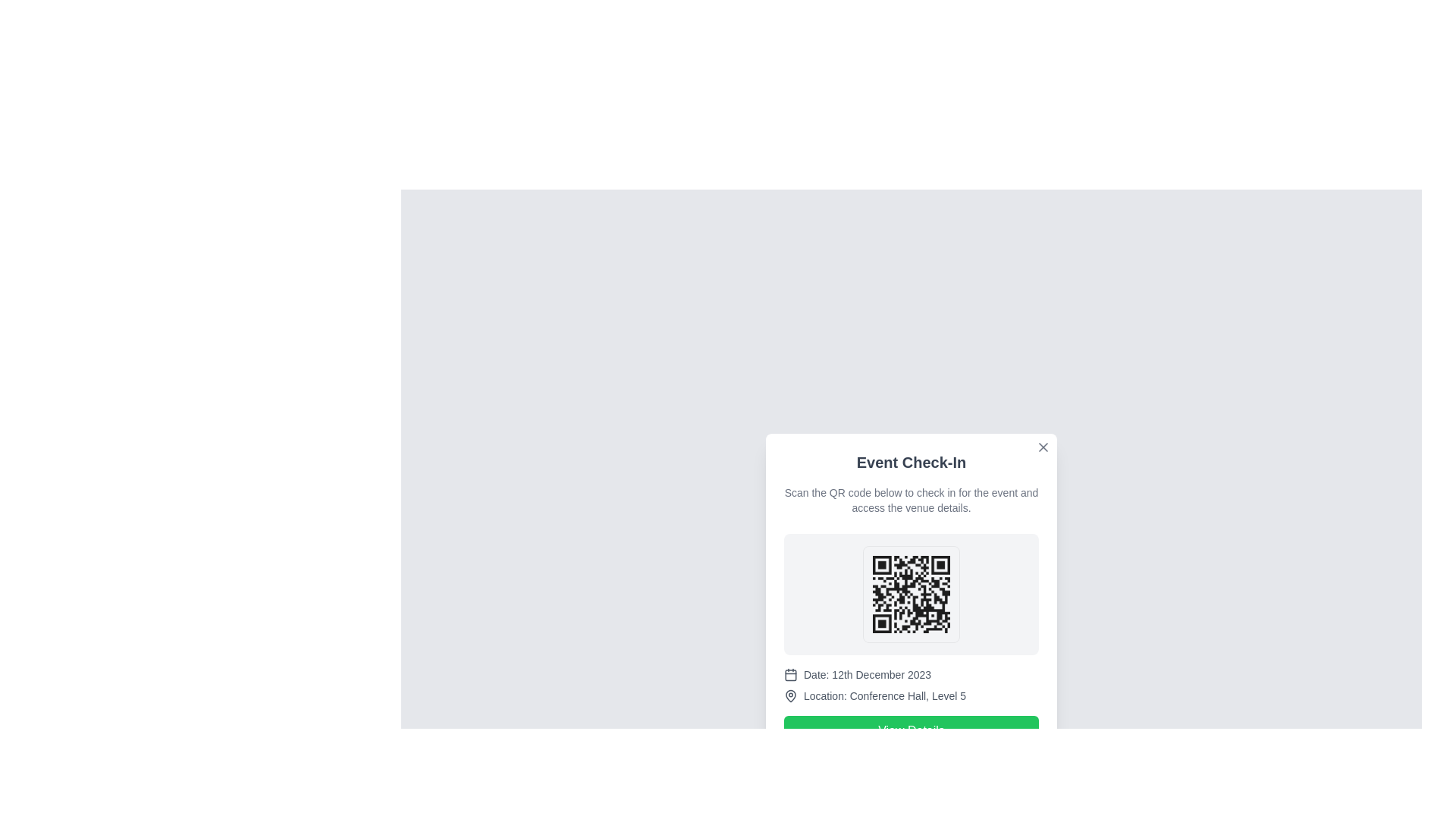  I want to click on date information displayed by the text label that shows the event's scheduled date, positioned to the right of the calendar icon, so click(868, 674).